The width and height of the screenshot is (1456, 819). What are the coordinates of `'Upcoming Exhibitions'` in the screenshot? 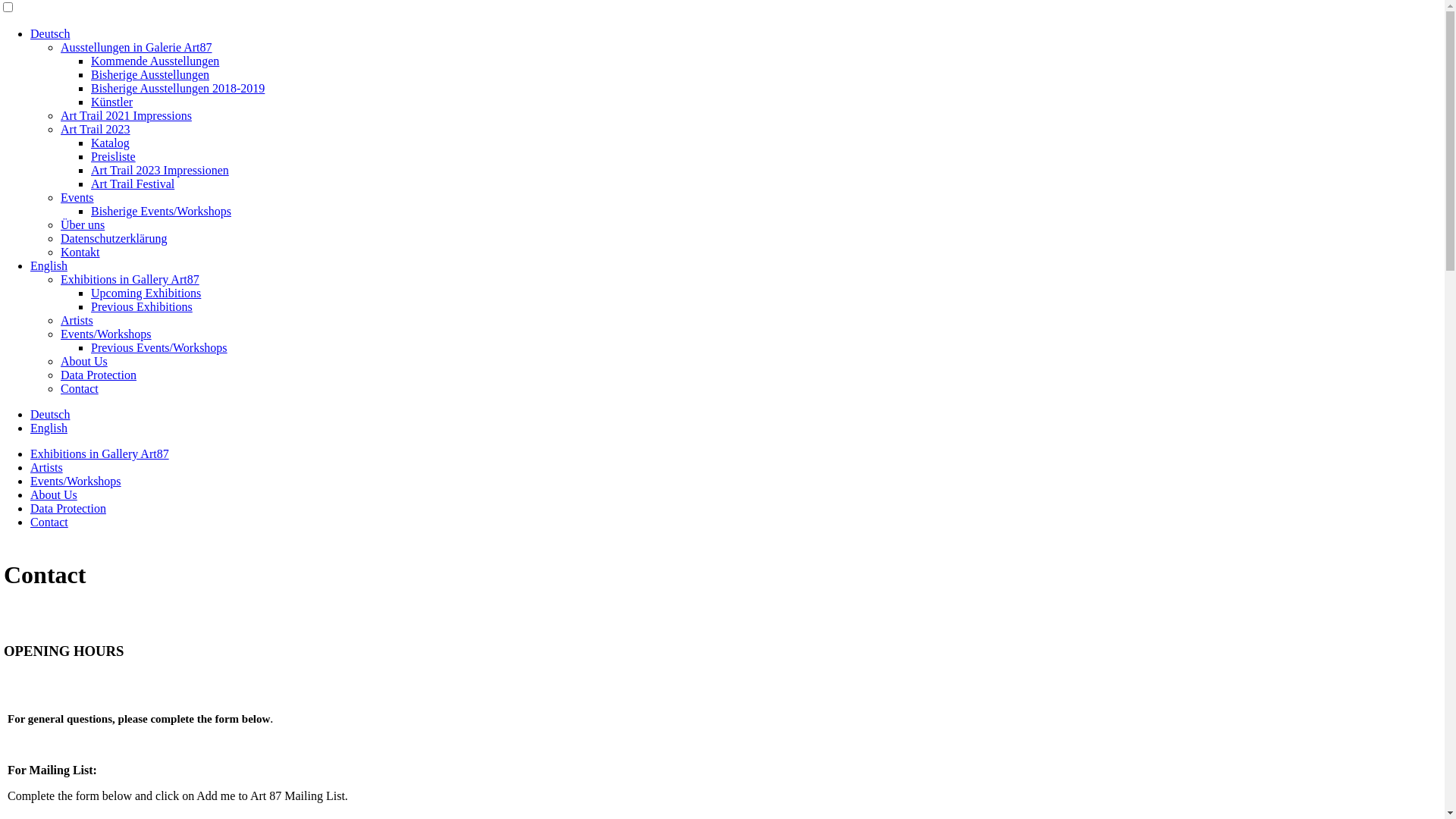 It's located at (146, 293).